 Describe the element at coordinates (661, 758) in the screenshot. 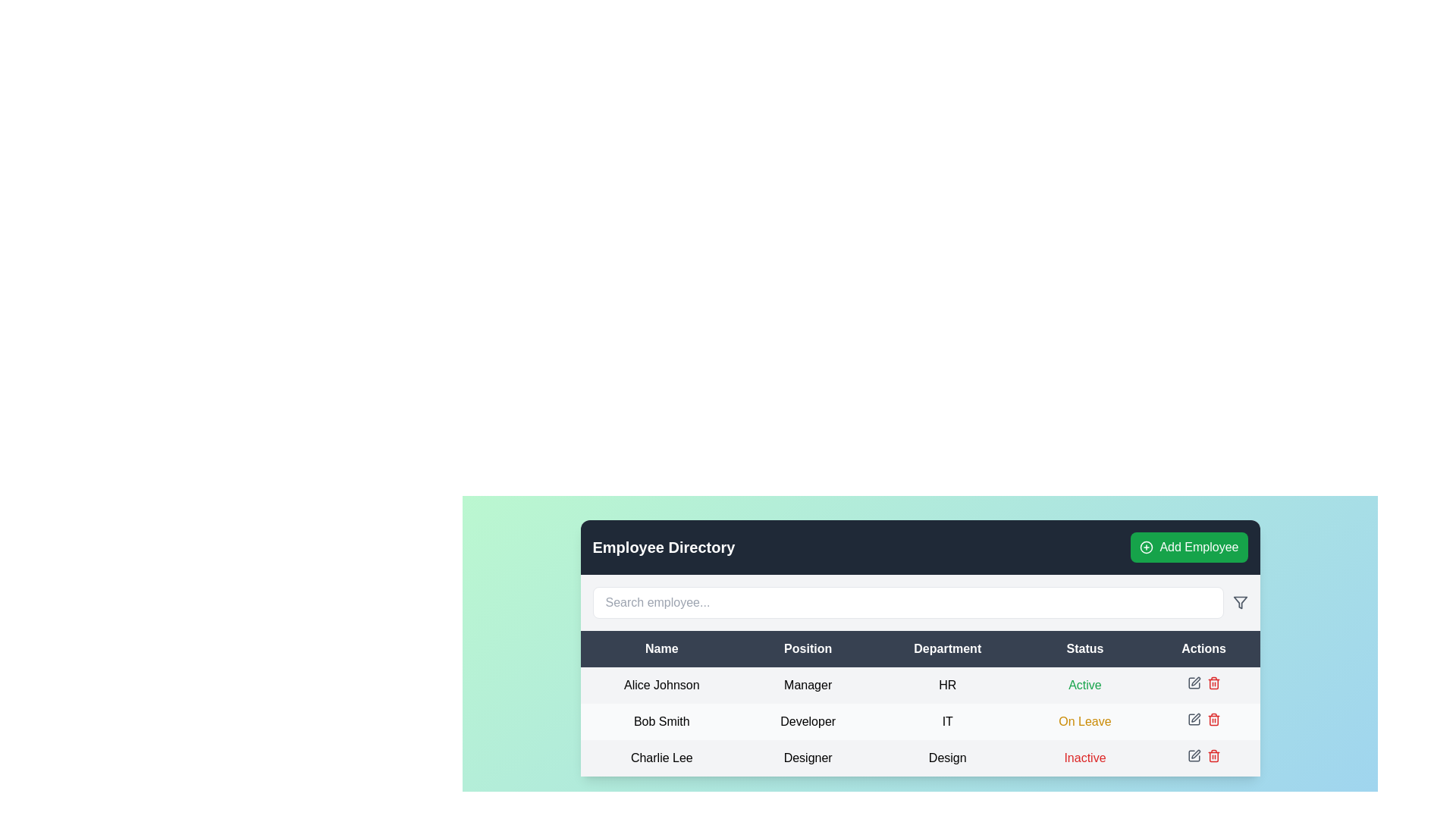

I see `text displayed in the text field for the employee name 'Charlie Lee', which is the first field in the last row of the table under the 'Name' column` at that location.